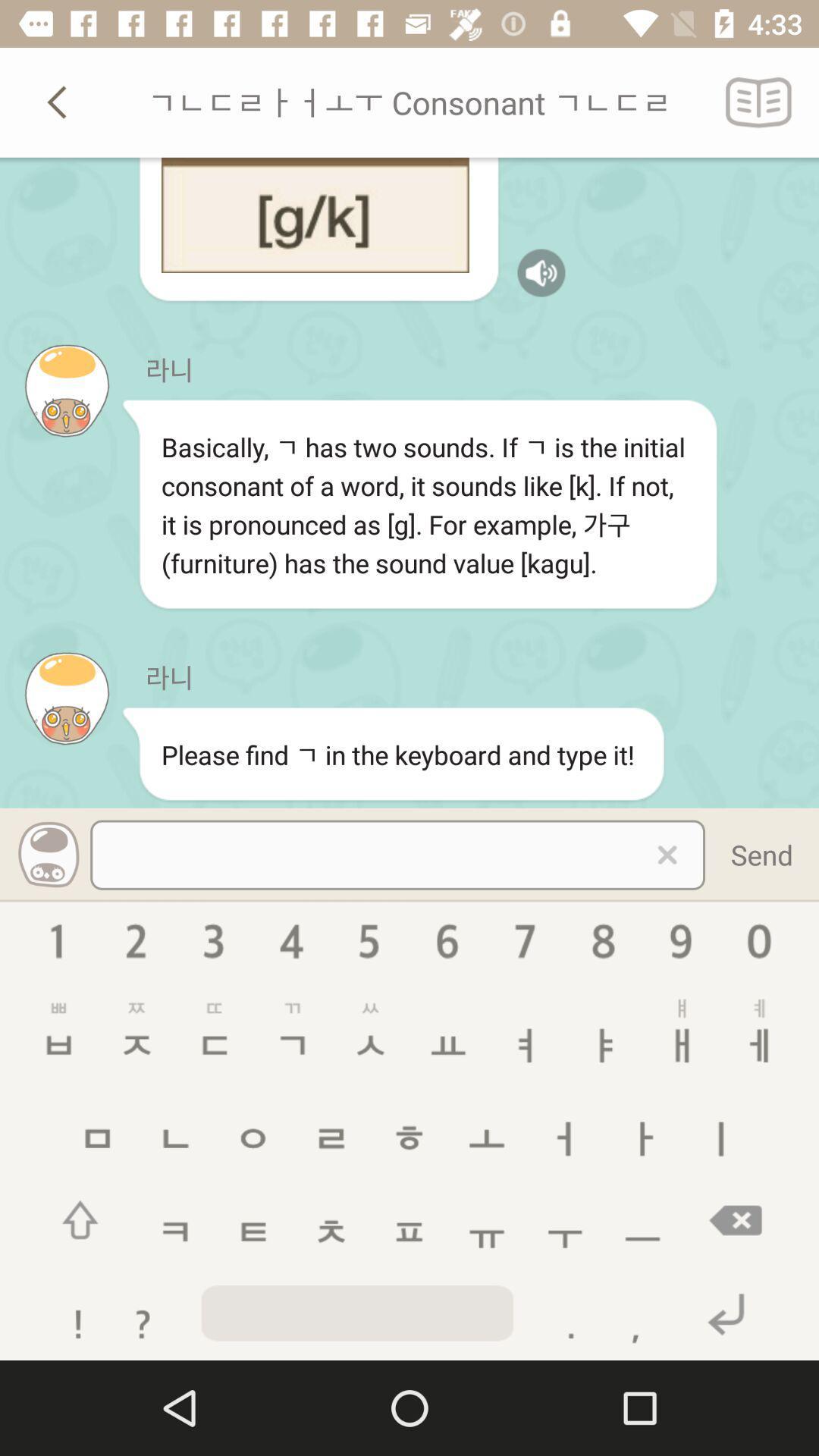 The height and width of the screenshot is (1456, 819). What do you see at coordinates (760, 1033) in the screenshot?
I see `the sliders icon` at bounding box center [760, 1033].